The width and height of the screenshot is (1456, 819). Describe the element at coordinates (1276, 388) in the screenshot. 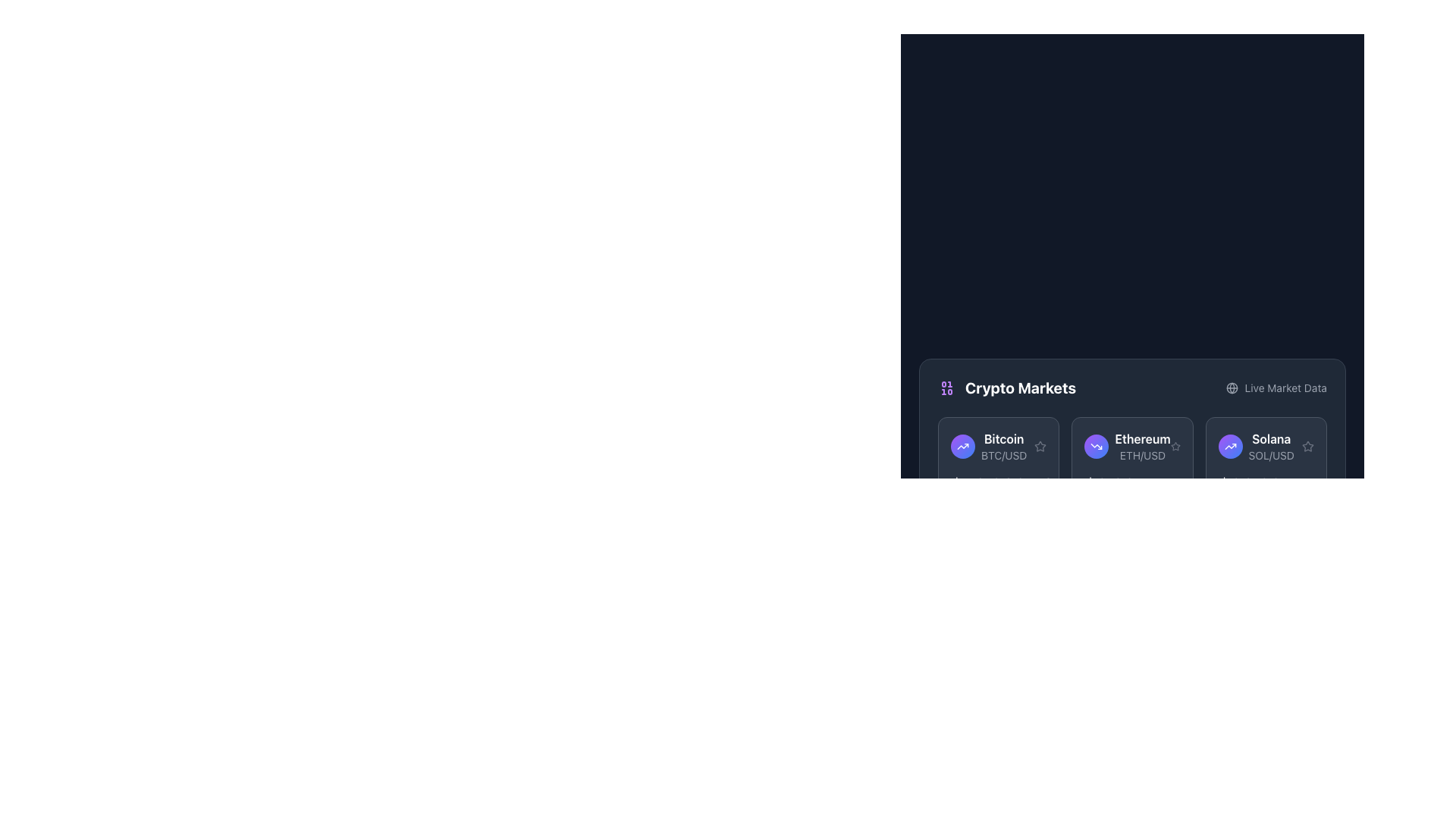

I see `the label with the globe icon and the text 'Live Market Data'` at that location.